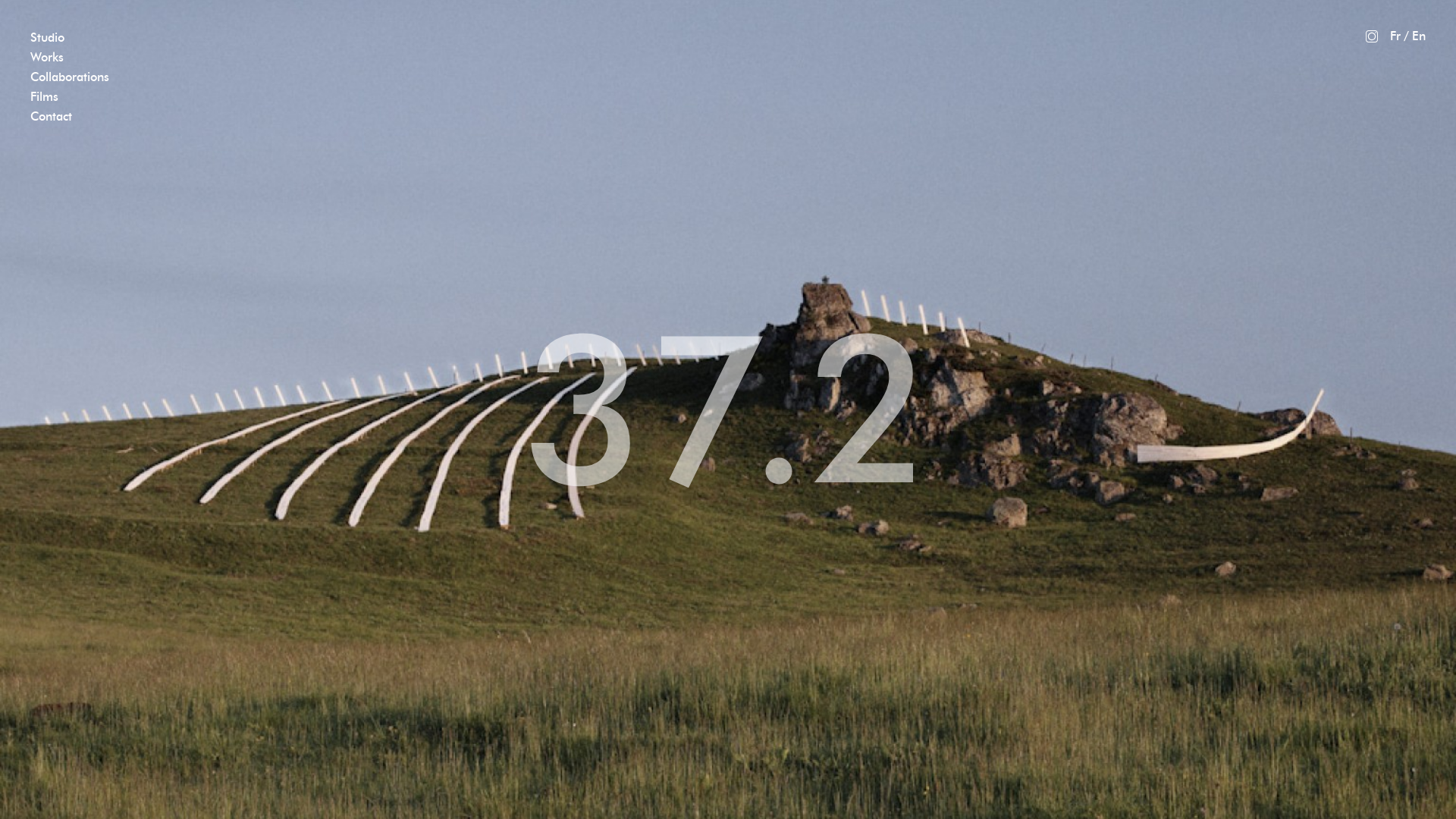 This screenshot has width=1456, height=819. I want to click on 'Studio', so click(47, 37).